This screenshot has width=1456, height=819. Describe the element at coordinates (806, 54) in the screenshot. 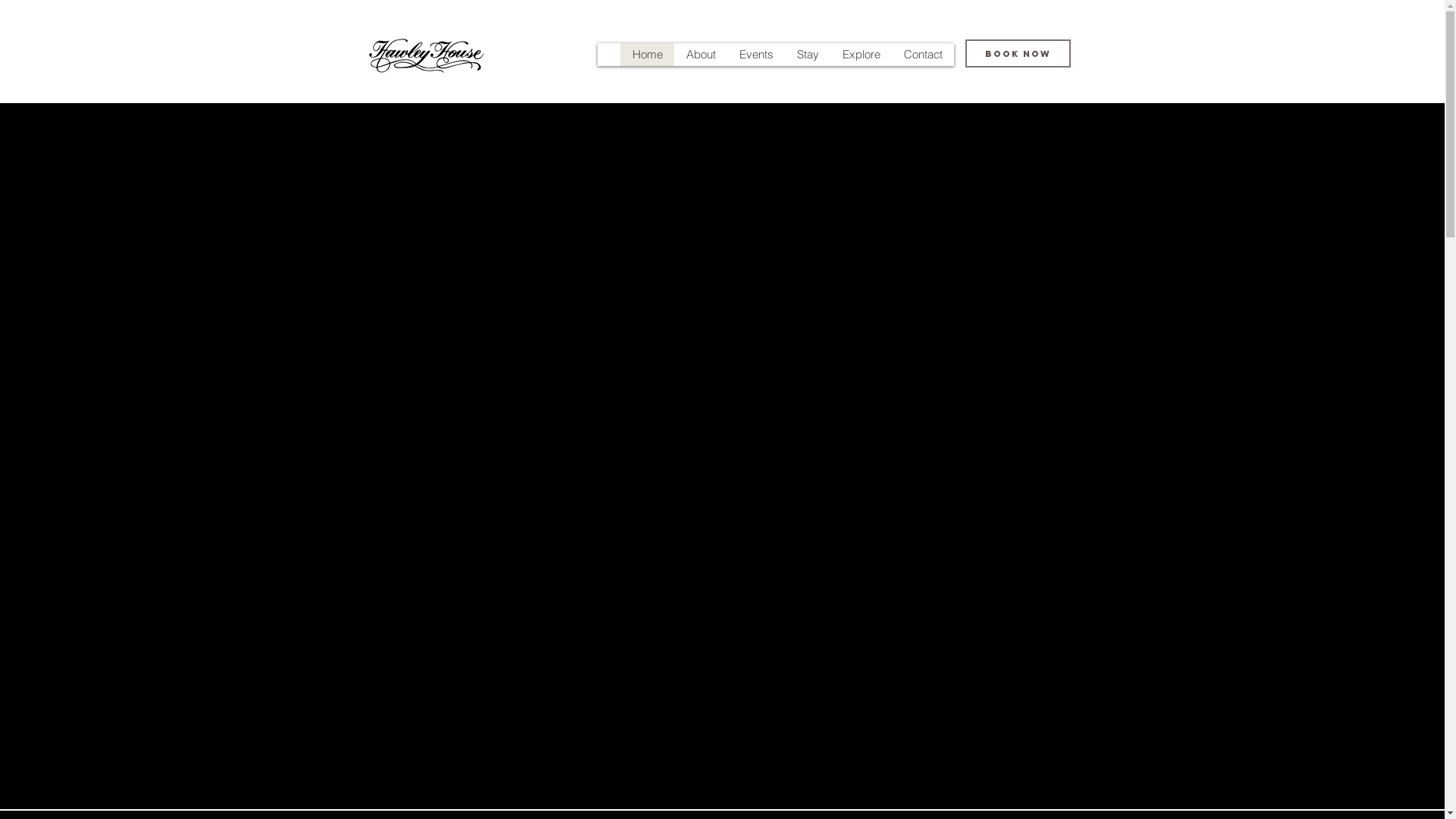

I see `'Stay'` at that location.